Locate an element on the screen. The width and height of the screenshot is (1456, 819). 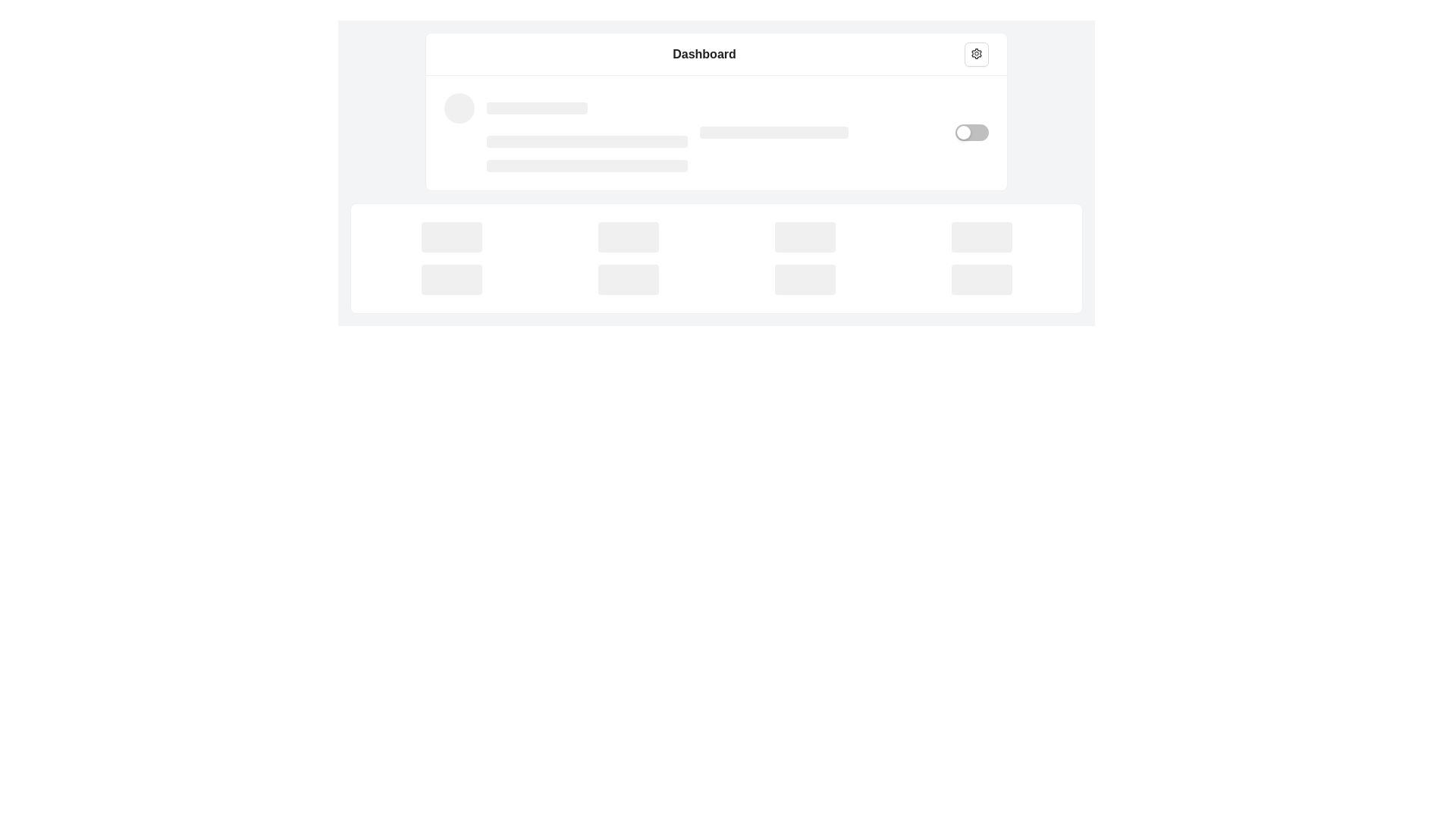
the Skeleton placeholder located in the second row, first column of the grid layout, indicating that content is being loaded or is unavailable is located at coordinates (450, 280).